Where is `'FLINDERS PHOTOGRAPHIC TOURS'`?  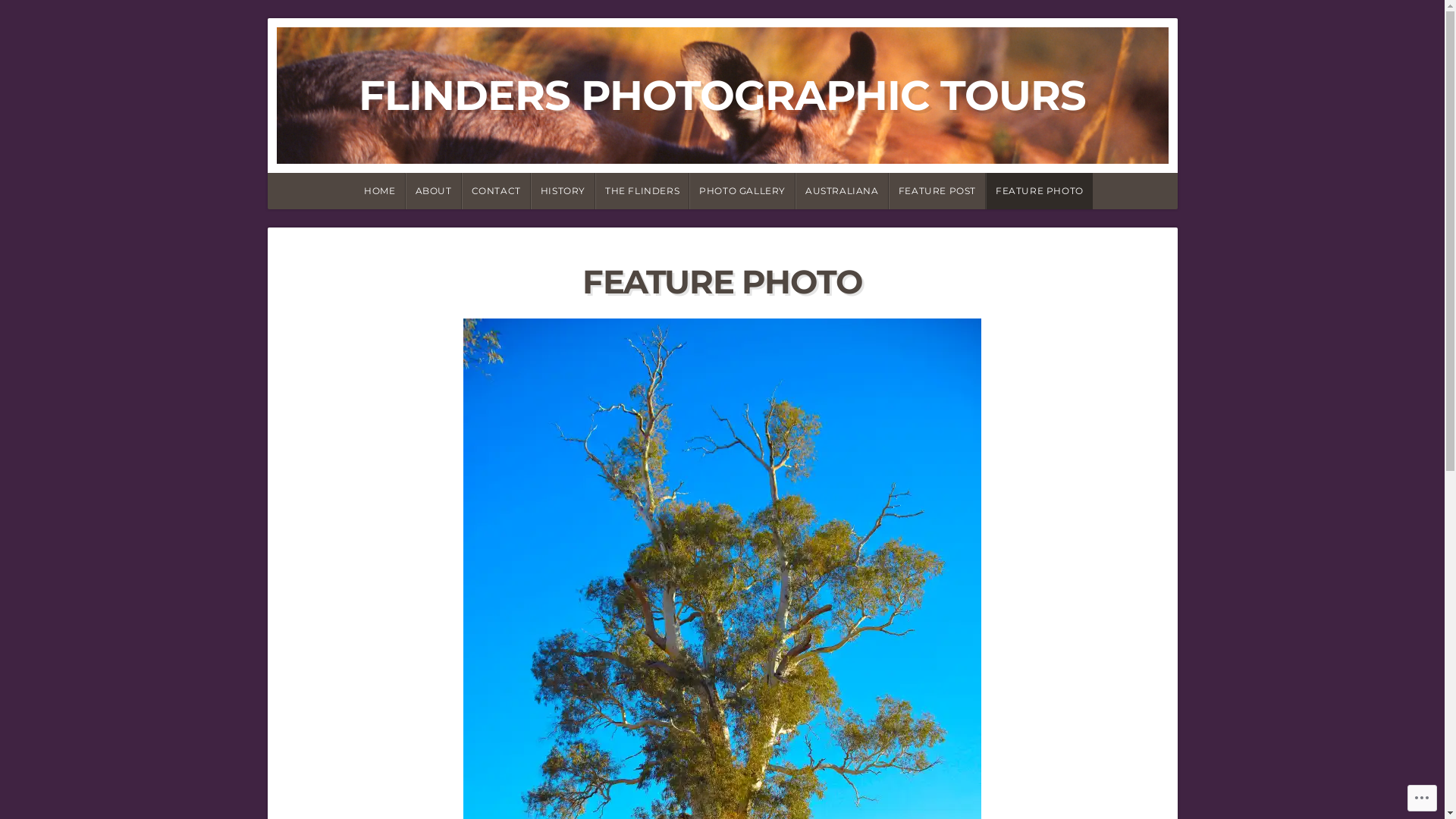 'FLINDERS PHOTOGRAPHIC TOURS' is located at coordinates (721, 95).